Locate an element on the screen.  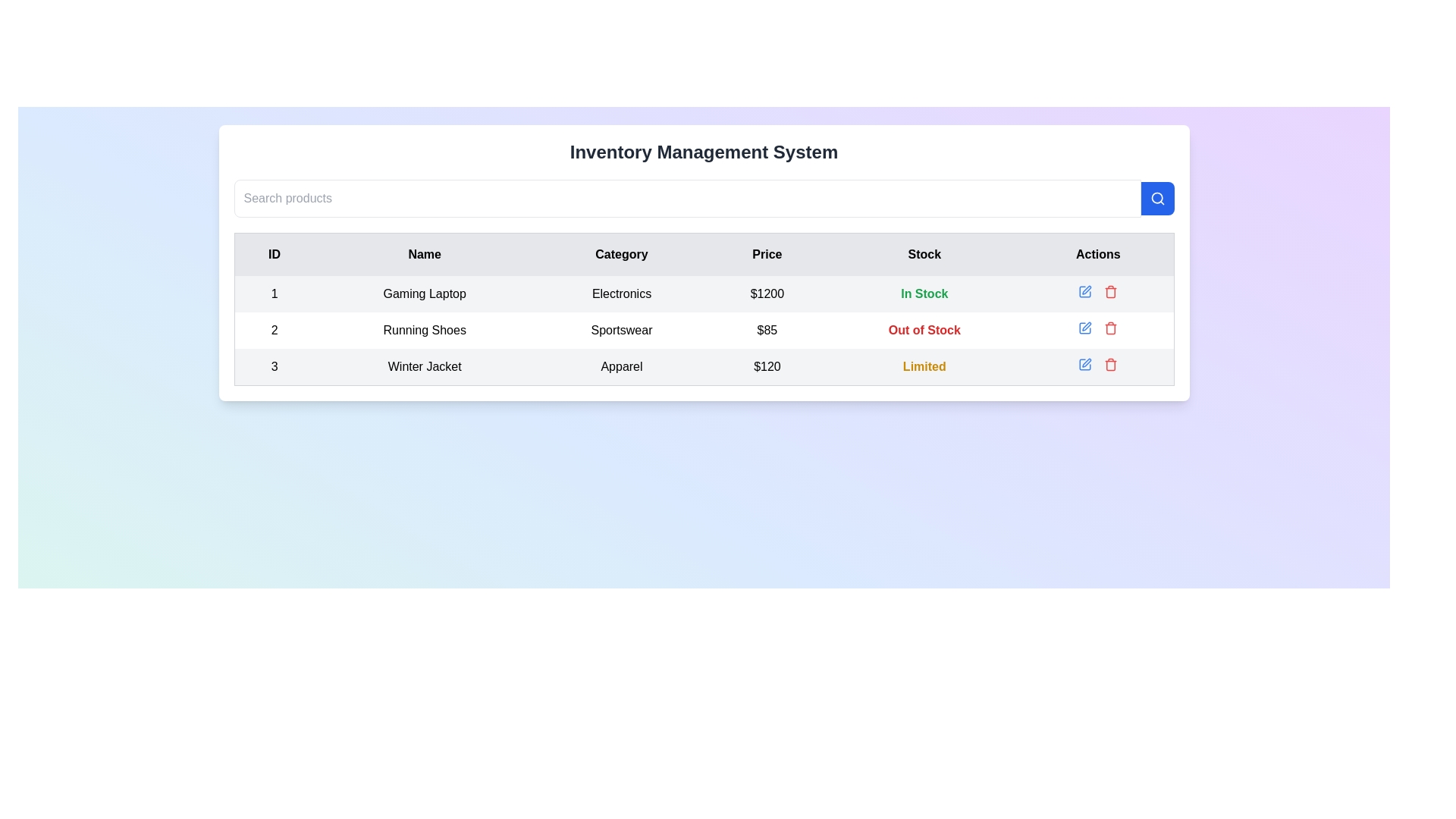
the Trash Bin icon located in the 'Actions' column of the inventory management system table associated with the 'Winter Jacket' item is located at coordinates (1111, 366).